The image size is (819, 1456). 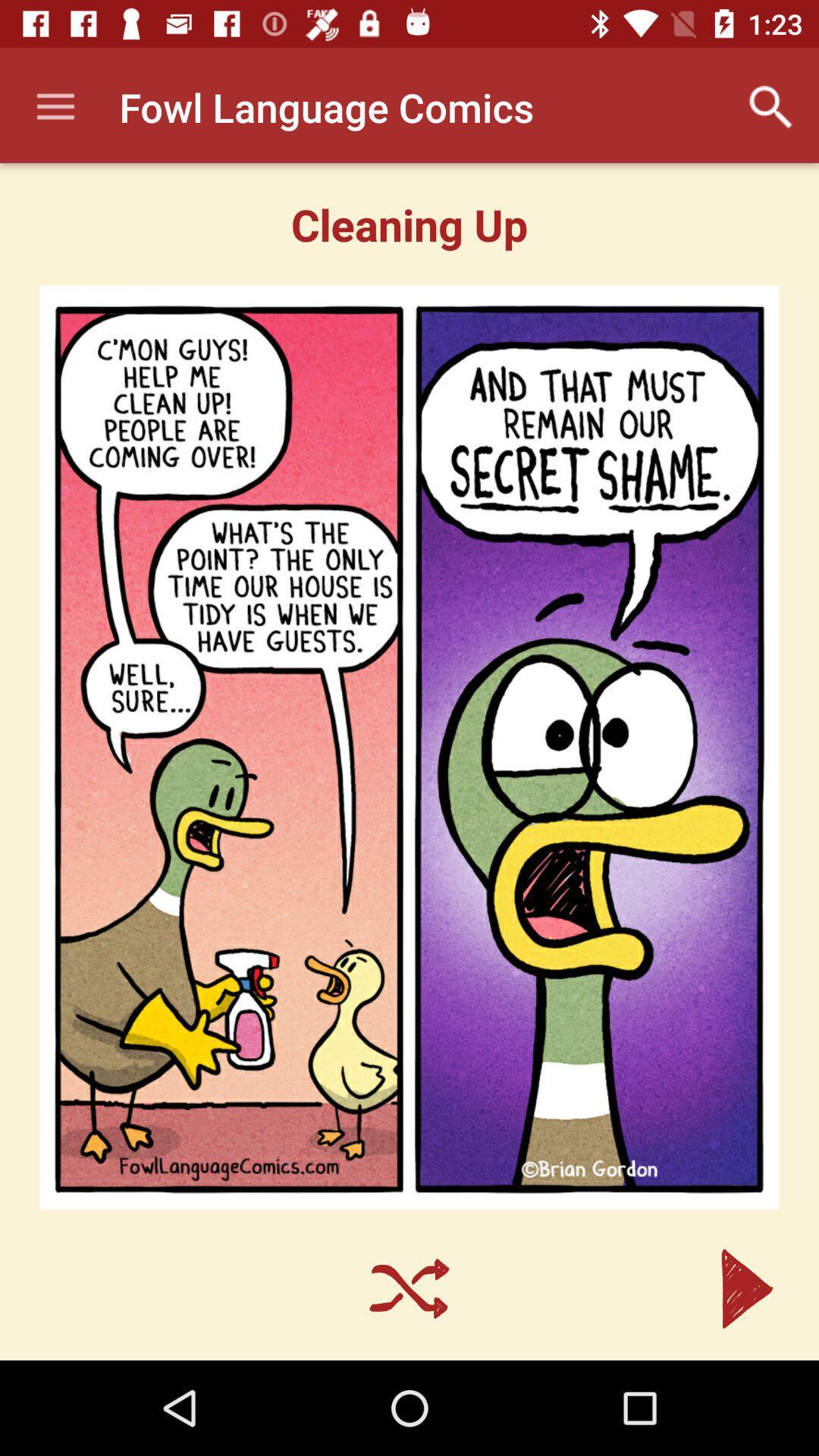 What do you see at coordinates (746, 1288) in the screenshot?
I see `icon at the bottom right corner` at bounding box center [746, 1288].